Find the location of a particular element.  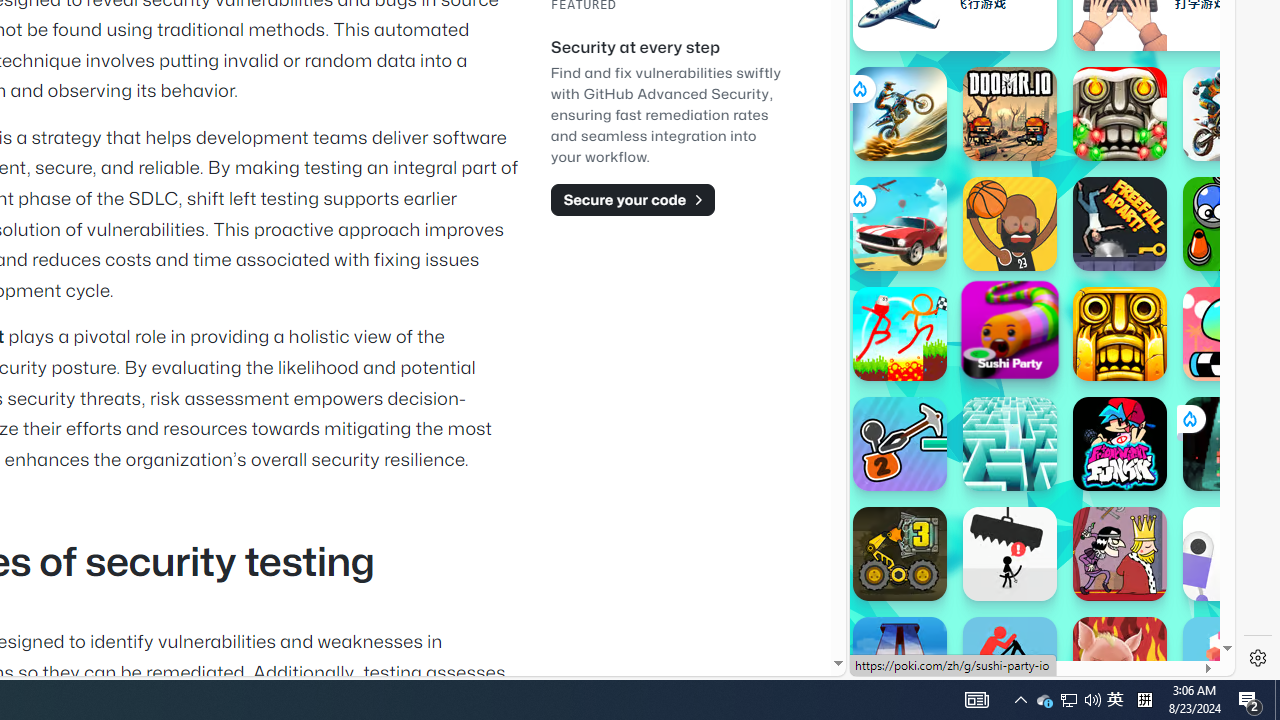

'Settings' is located at coordinates (1257, 658).